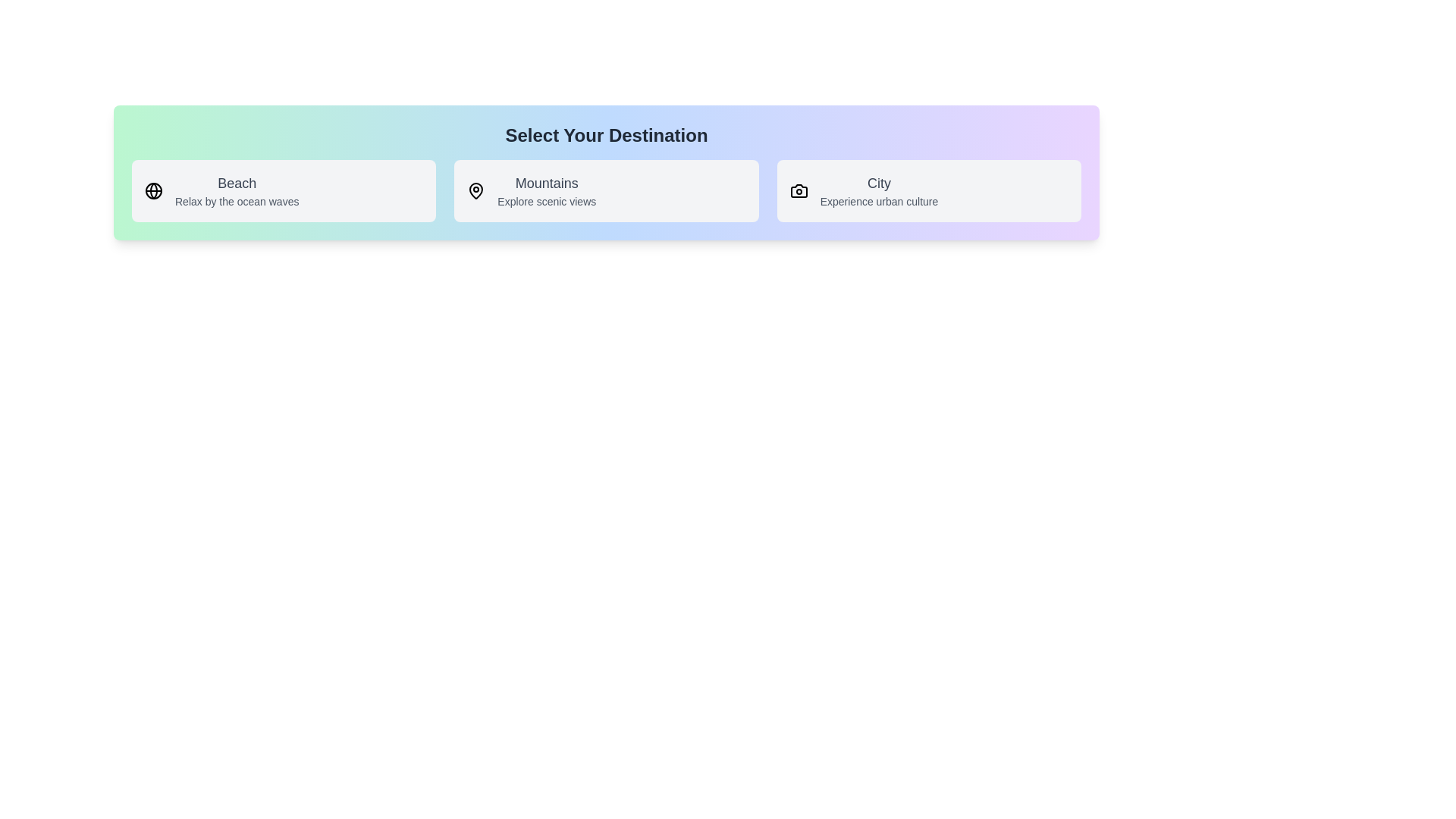 This screenshot has height=819, width=1456. What do you see at coordinates (798, 190) in the screenshot?
I see `the outer border of the camera shape illustration within the third selectable option labeled 'City' in the interface` at bounding box center [798, 190].